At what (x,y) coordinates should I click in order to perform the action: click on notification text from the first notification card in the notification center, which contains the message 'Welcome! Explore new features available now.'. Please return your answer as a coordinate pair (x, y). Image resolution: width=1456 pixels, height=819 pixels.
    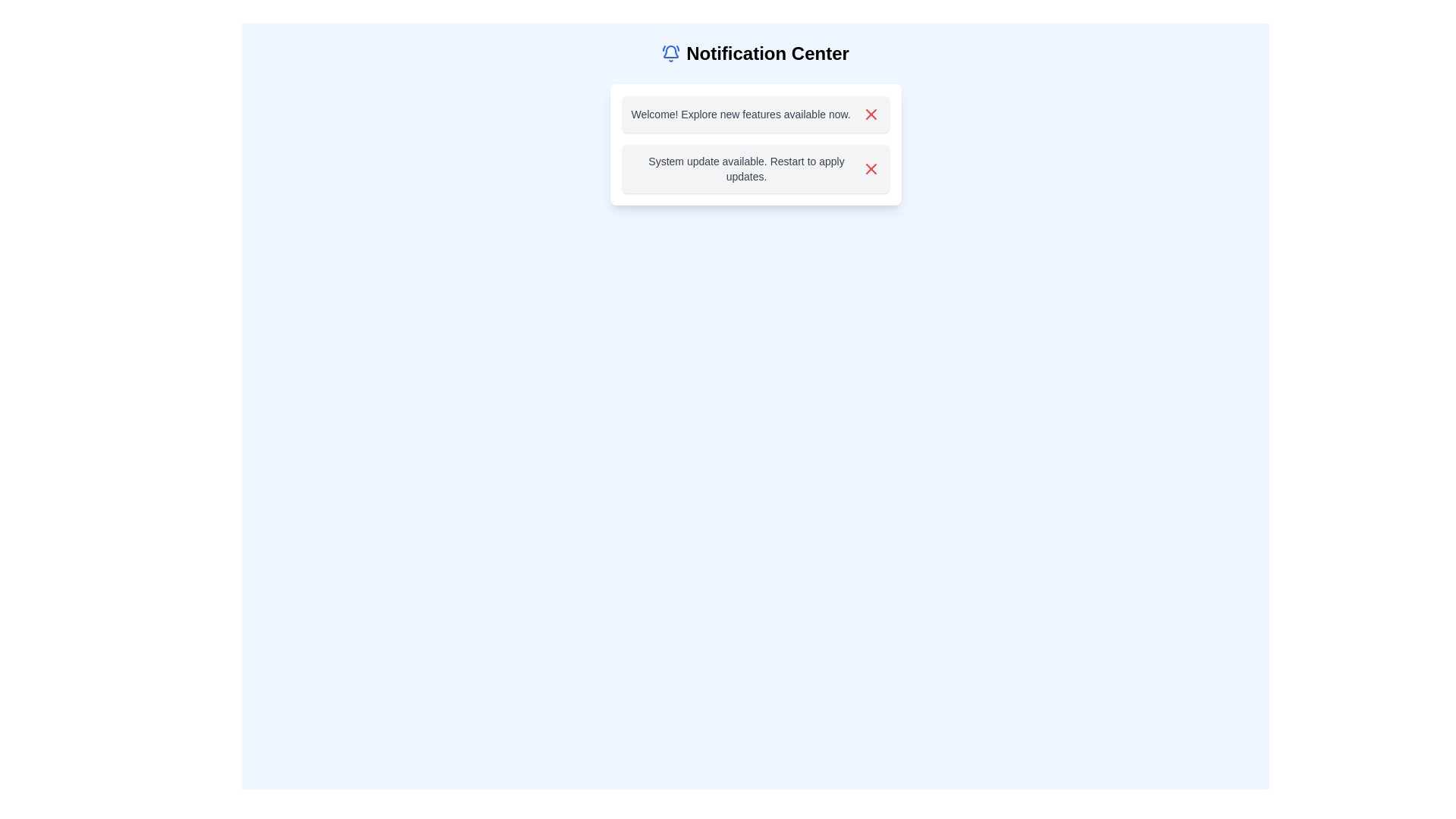
    Looking at the image, I should click on (755, 113).